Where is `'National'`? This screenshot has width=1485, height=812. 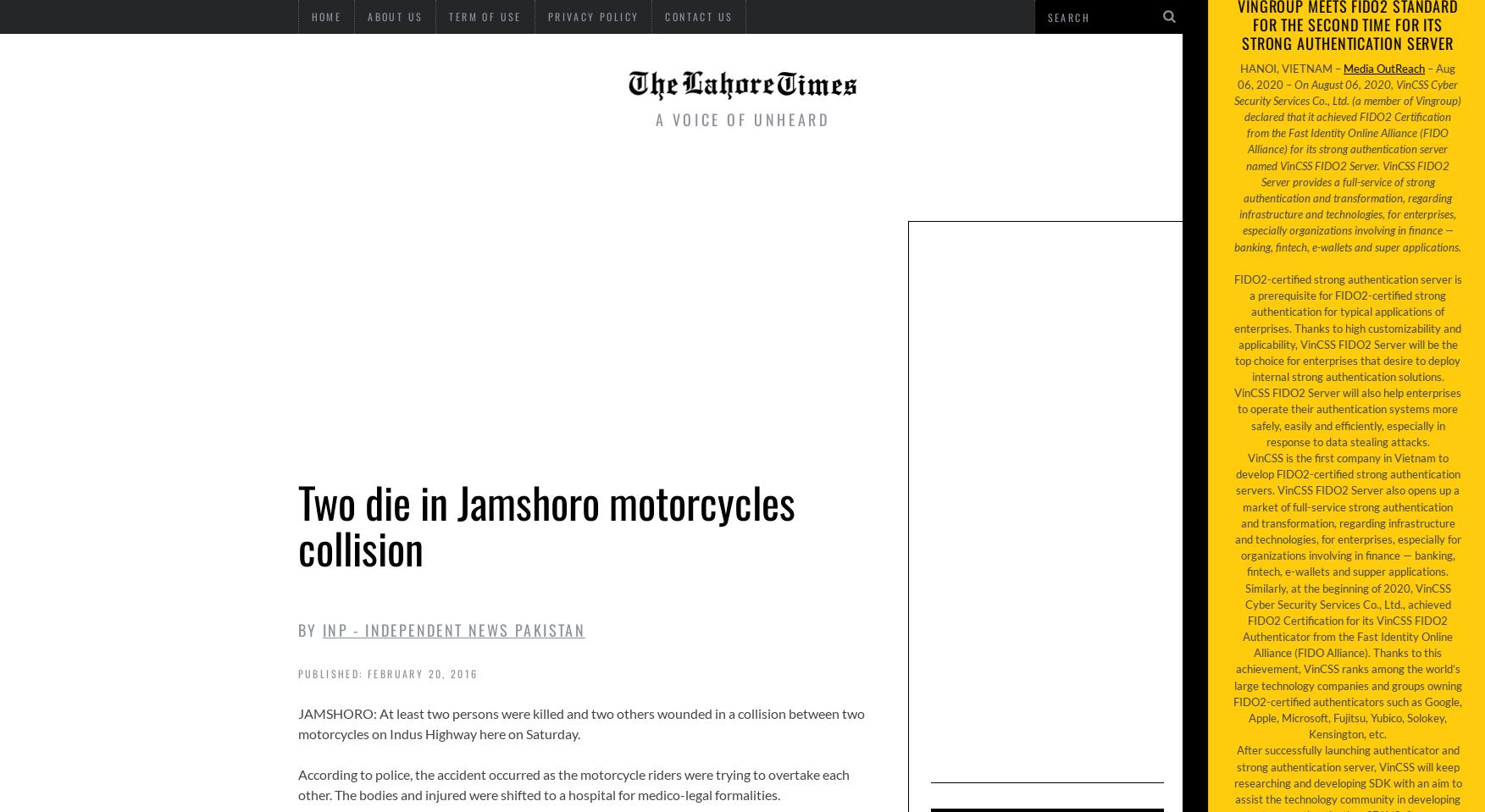
'National' is located at coordinates (529, 179).